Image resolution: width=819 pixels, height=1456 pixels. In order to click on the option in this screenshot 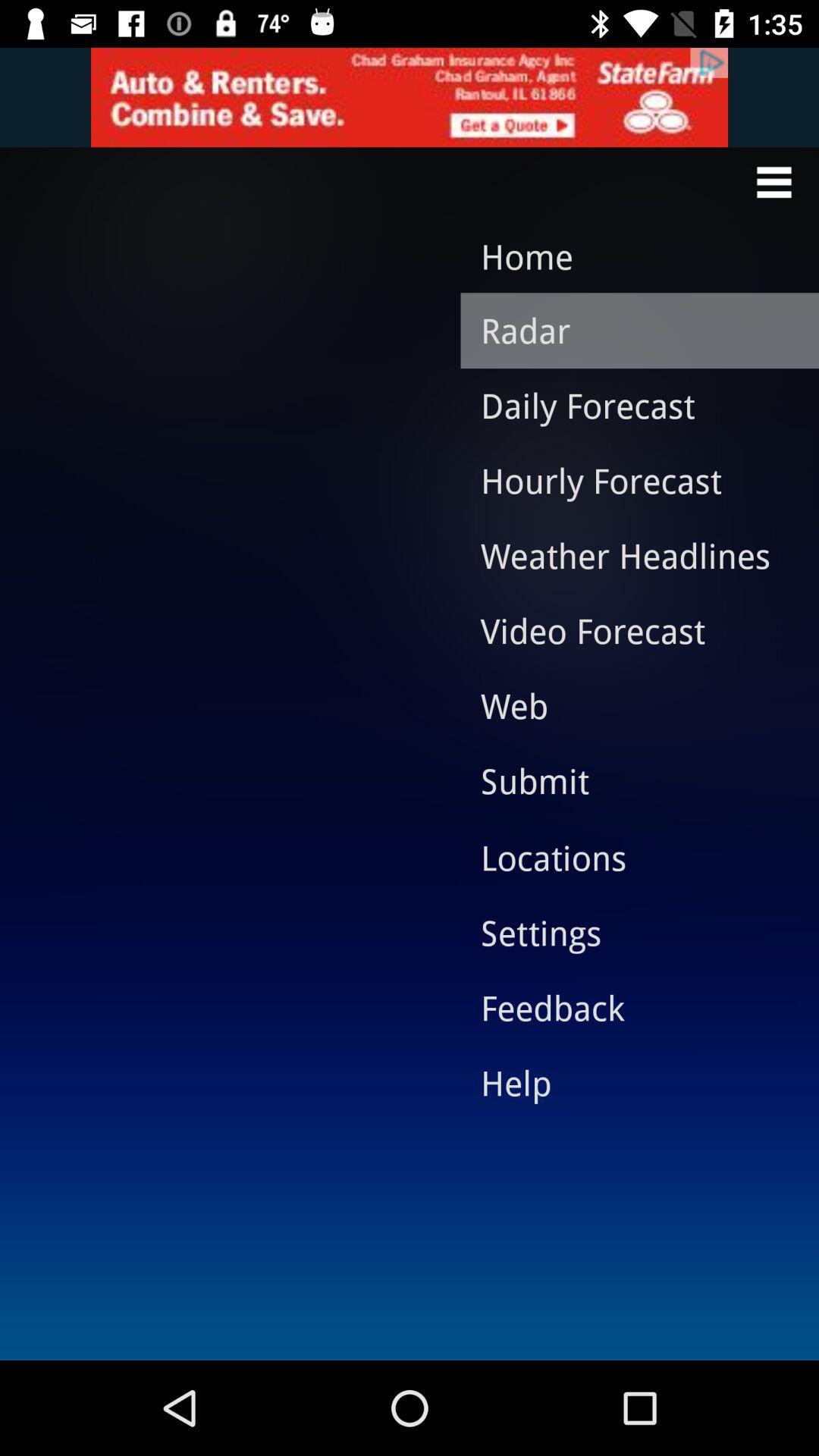, I will do `click(409, 96)`.